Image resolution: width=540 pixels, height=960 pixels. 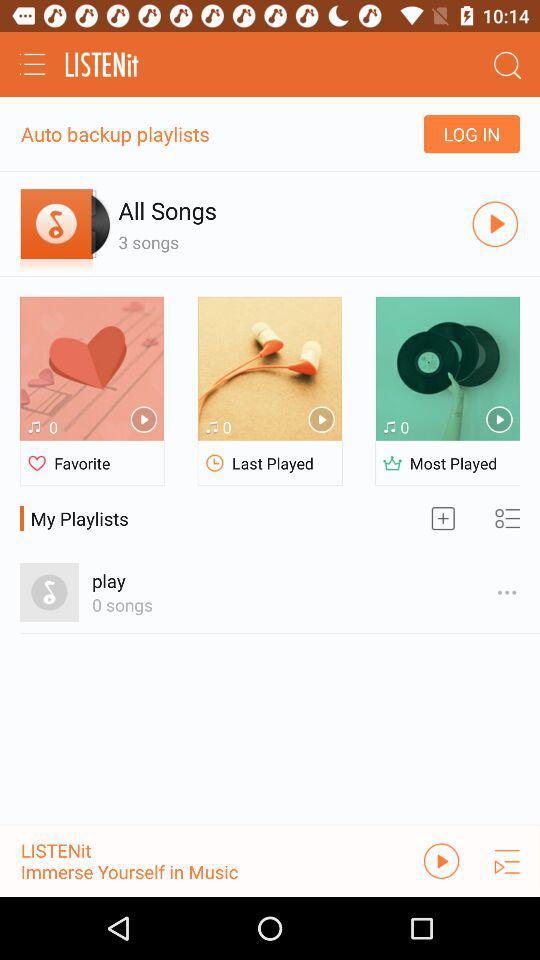 I want to click on the icon which is beside the my playlists, so click(x=443, y=517).